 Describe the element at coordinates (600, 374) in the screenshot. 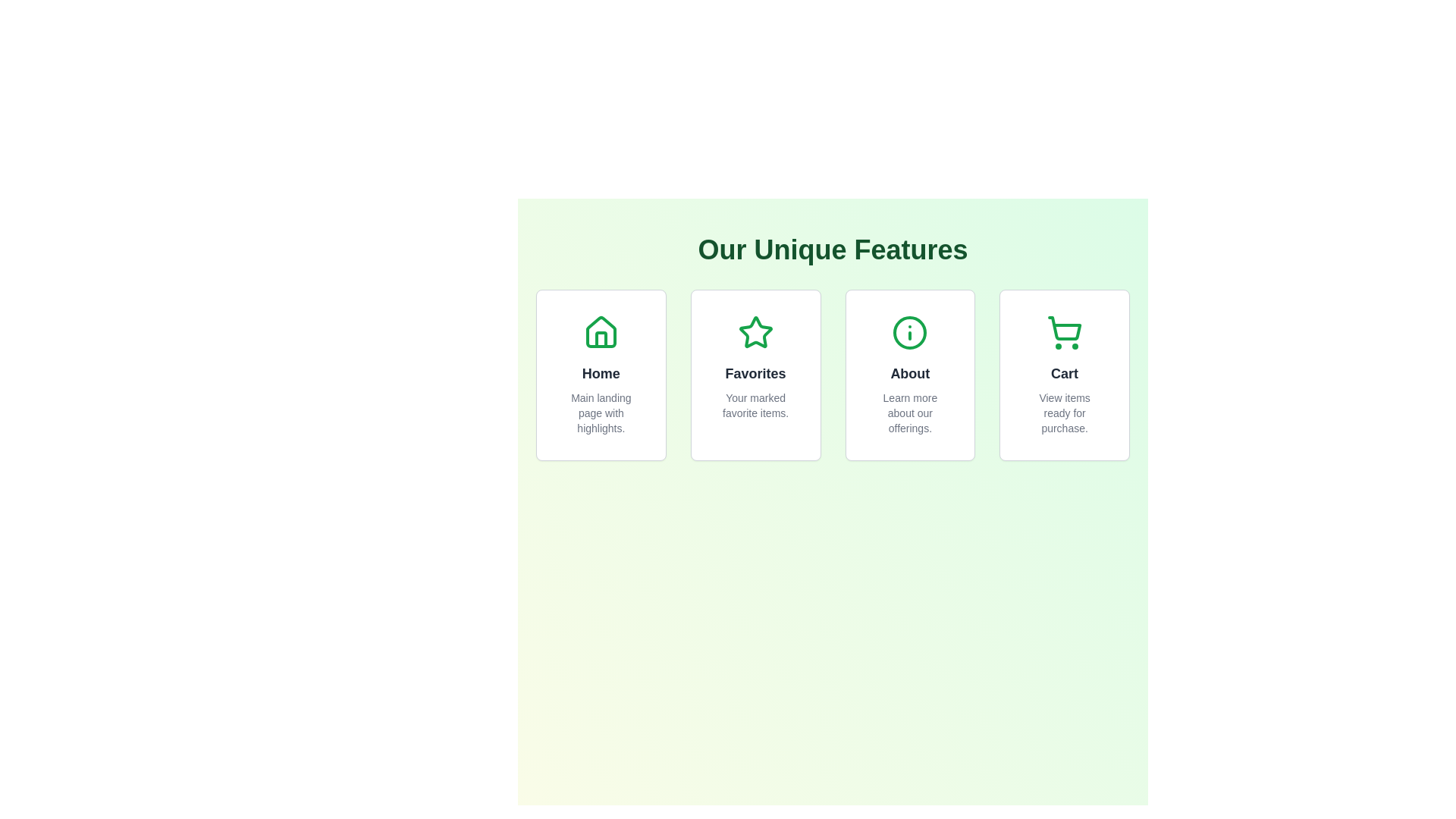

I see `the prominently styled text label containing the word 'Home', which is bold, center-aligned, and dark gray, located within a rectangular card to the leftmost side of four similar cards` at that location.